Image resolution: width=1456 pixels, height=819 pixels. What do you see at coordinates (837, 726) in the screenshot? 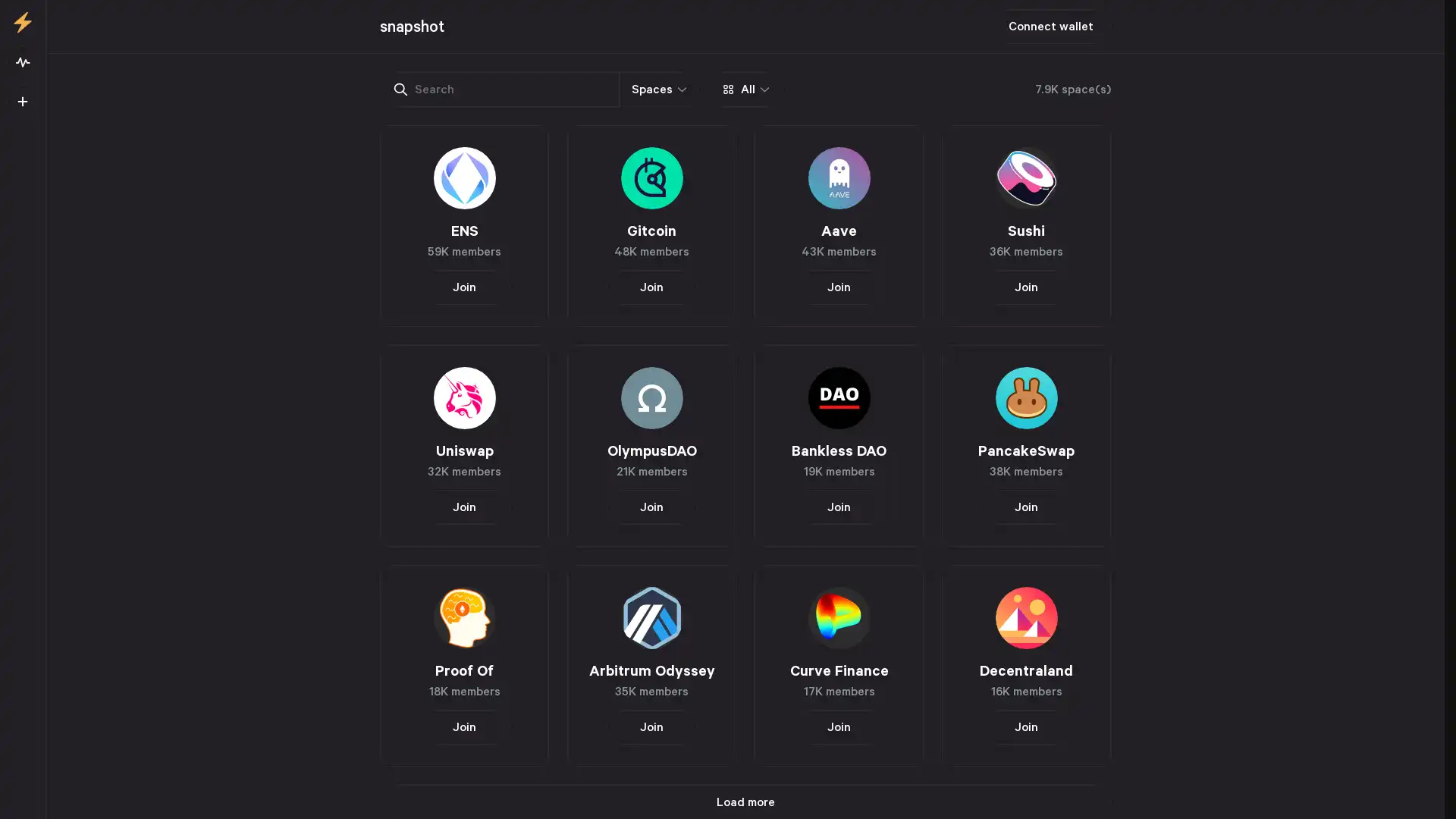
I see `Join` at bounding box center [837, 726].